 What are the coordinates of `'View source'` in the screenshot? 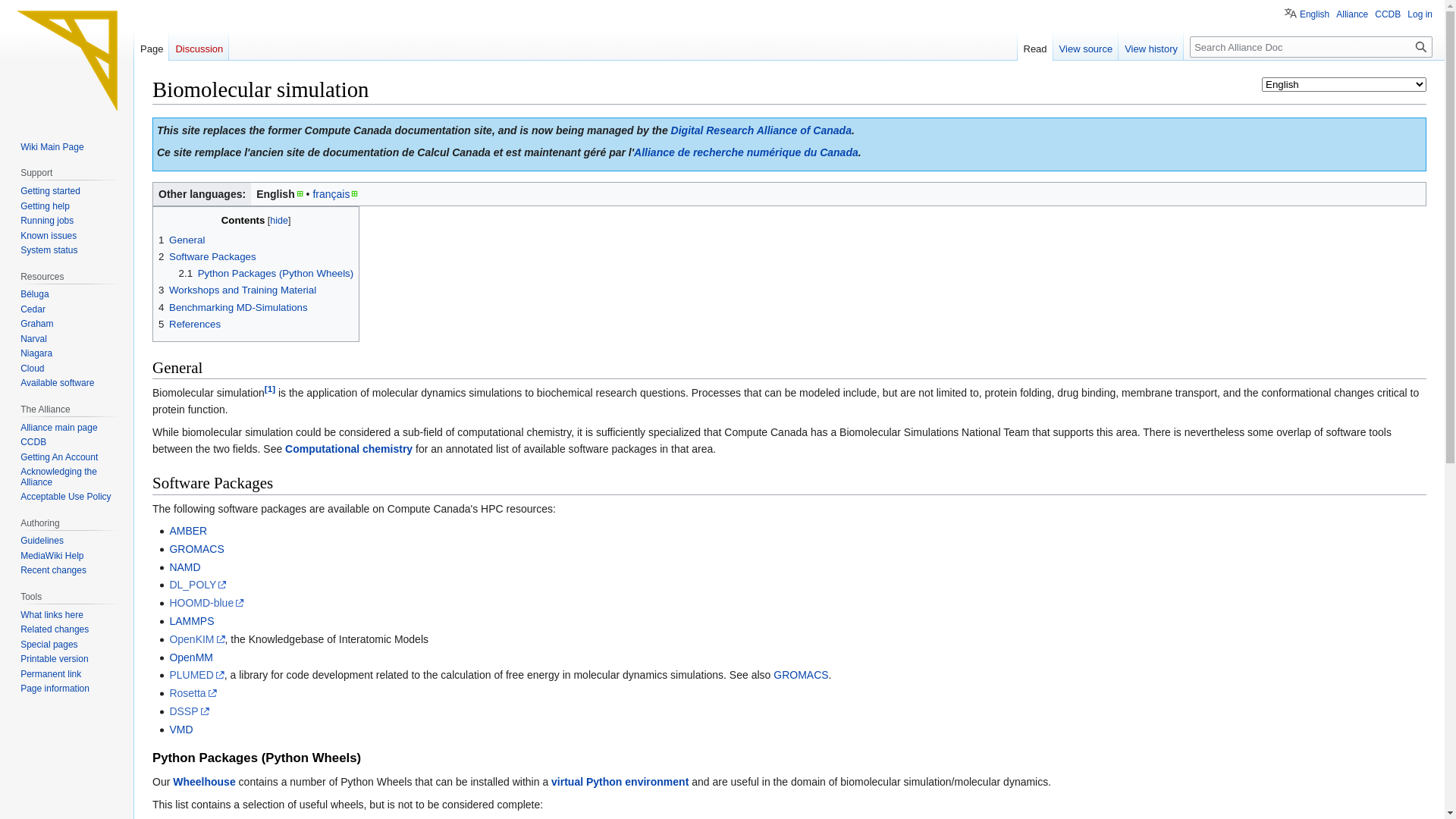 It's located at (1085, 45).